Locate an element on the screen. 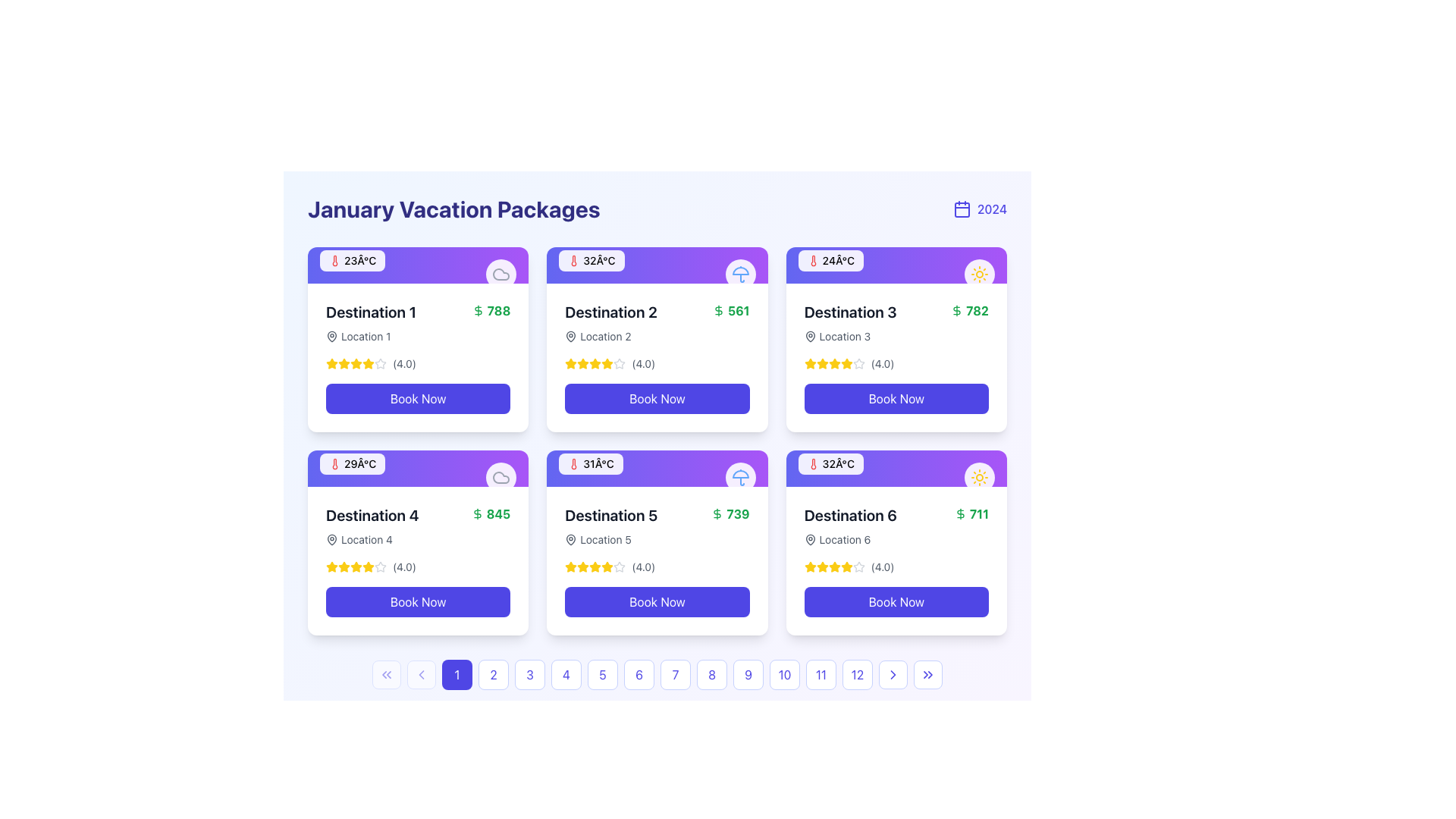 The width and height of the screenshot is (1456, 819). price value displayed in the Price indicator (text and icon component) located in the top-right corner of the card for 'Destination 1' is located at coordinates (491, 309).